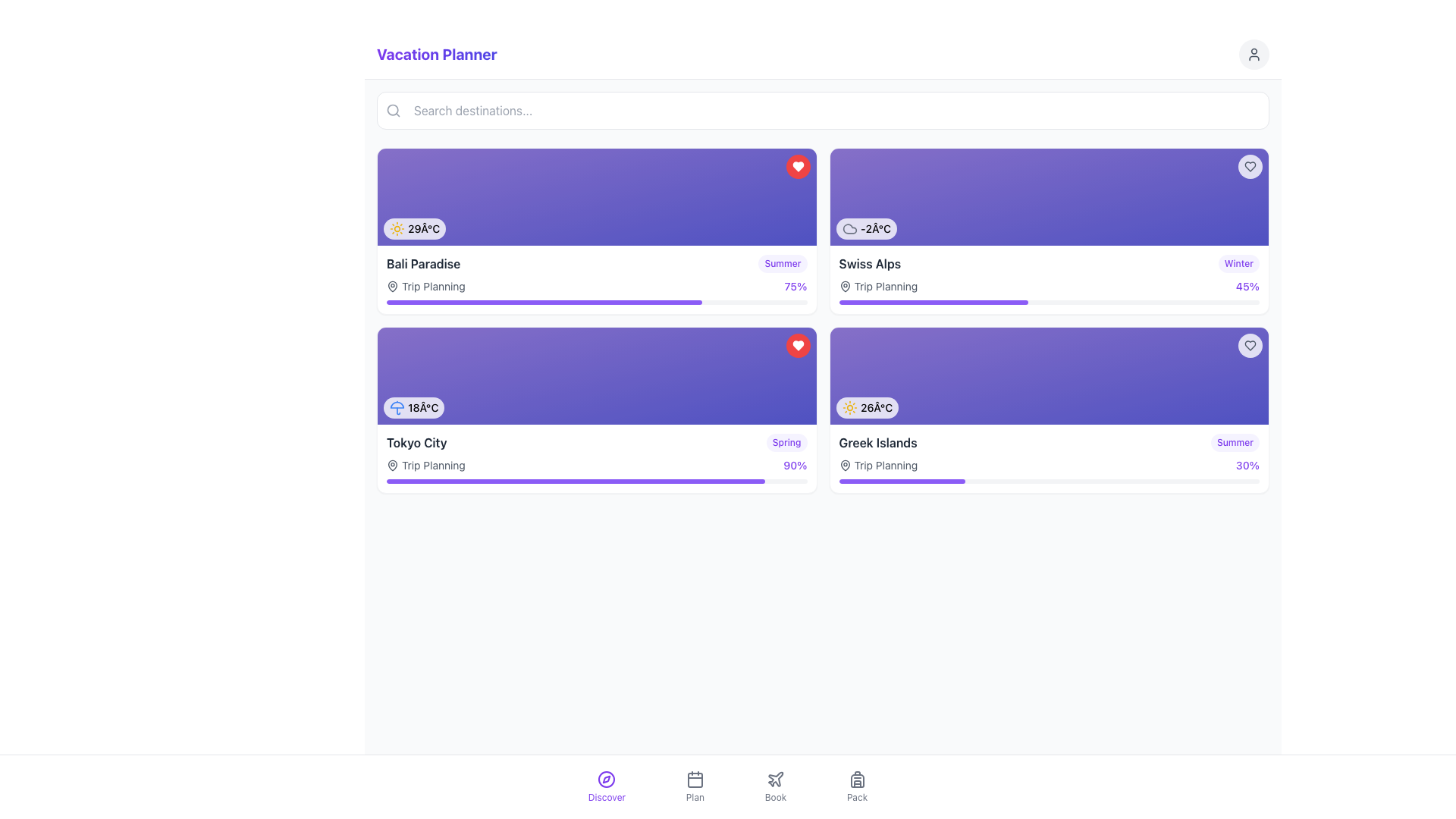  What do you see at coordinates (878, 464) in the screenshot?
I see `the text label indicating the current state or category of planning associated with the 'Greek Islands' destination card, located in the bottom-right quadrant of the card layout` at bounding box center [878, 464].